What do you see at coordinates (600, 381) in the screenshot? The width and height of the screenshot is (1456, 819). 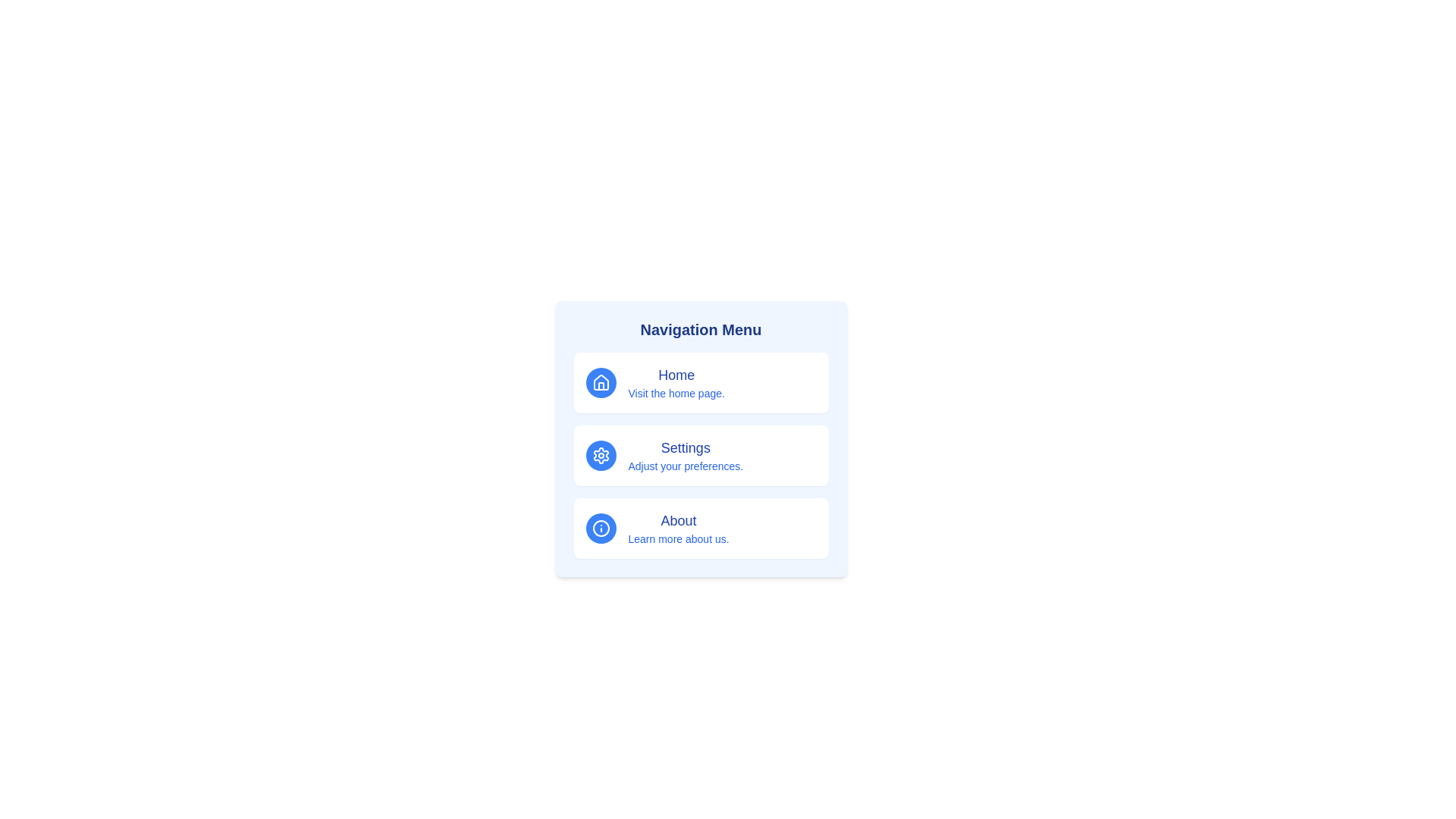 I see `the house-like icon in the navigation menu labeled 'Home', which is the topmost item in a vertical list of options` at bounding box center [600, 381].